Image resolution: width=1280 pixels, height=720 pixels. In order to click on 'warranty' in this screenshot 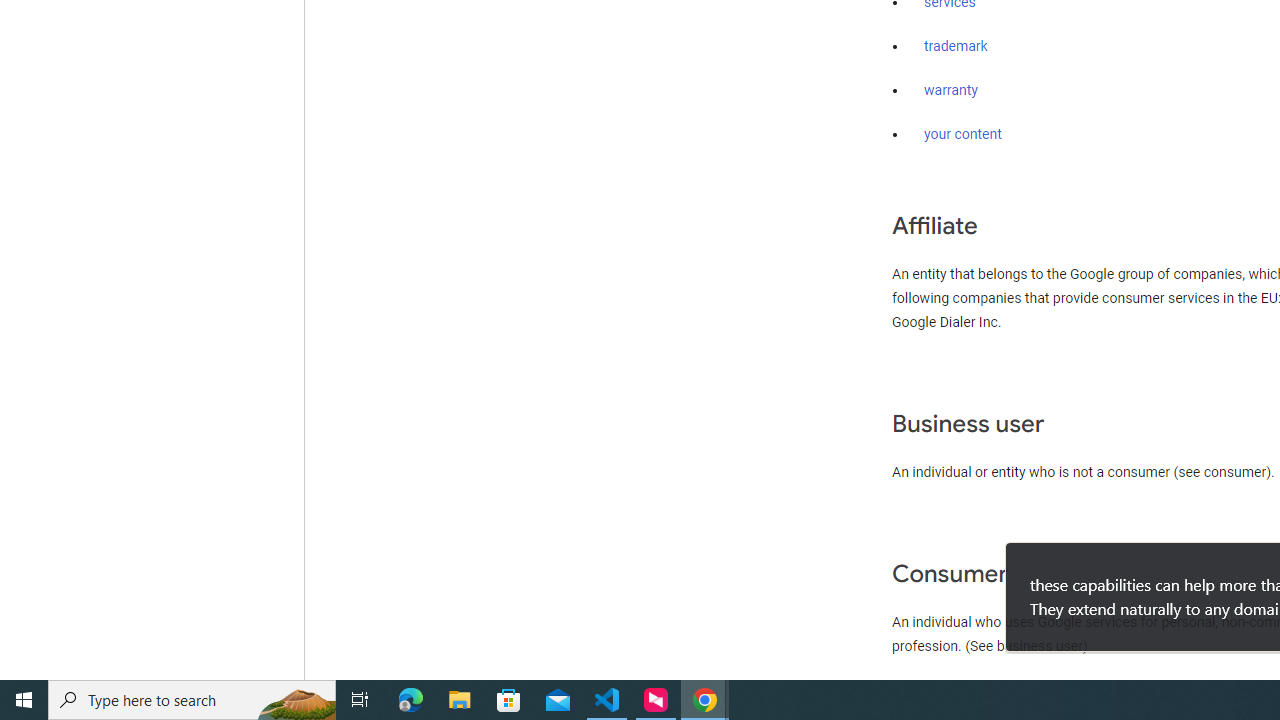, I will do `click(950, 91)`.